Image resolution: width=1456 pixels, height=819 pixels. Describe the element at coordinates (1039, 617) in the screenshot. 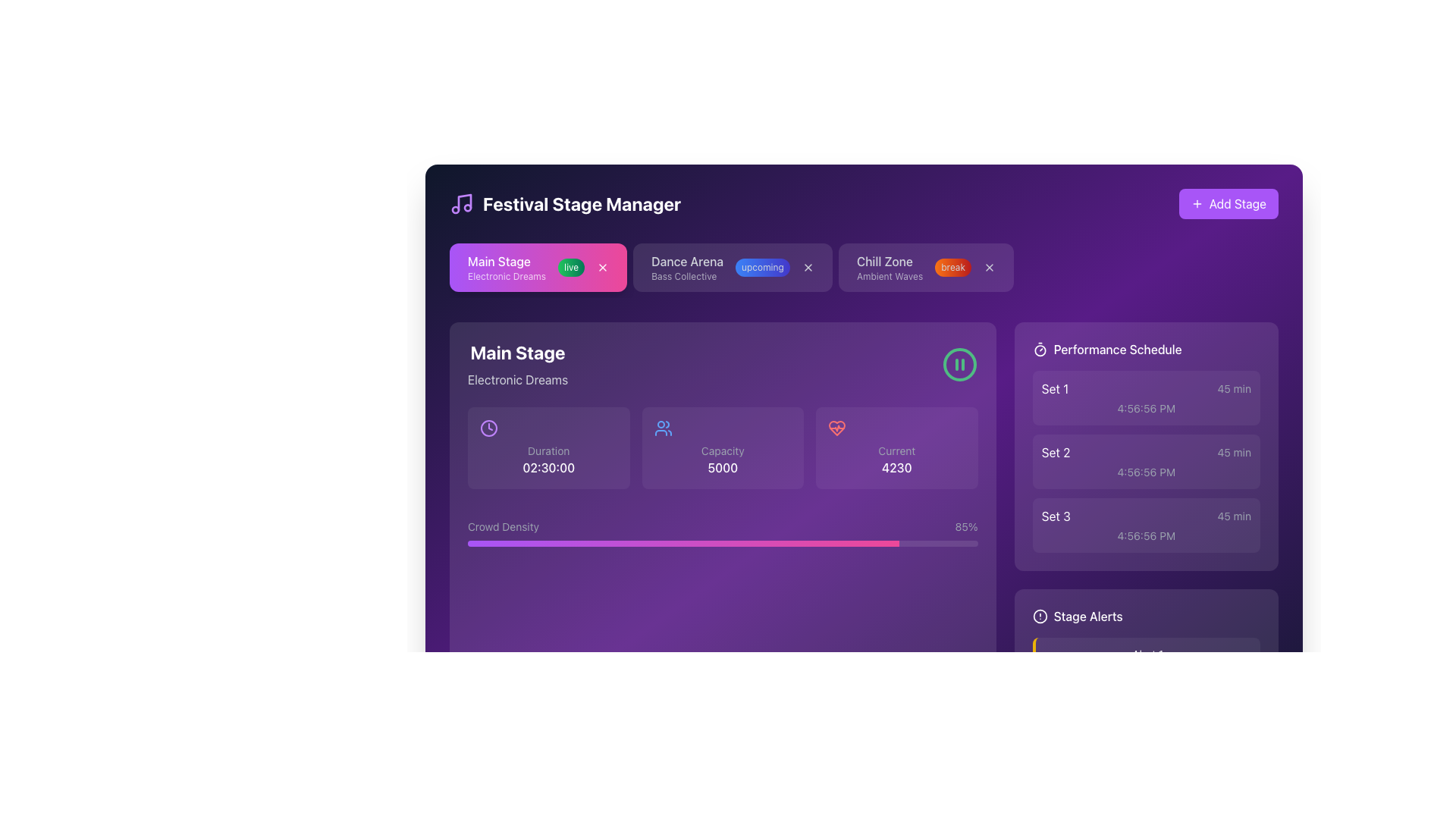

I see `the warning indicator icon located in the 'Stage Alerts' section, positioned left of the 'Stage Alerts' text` at that location.